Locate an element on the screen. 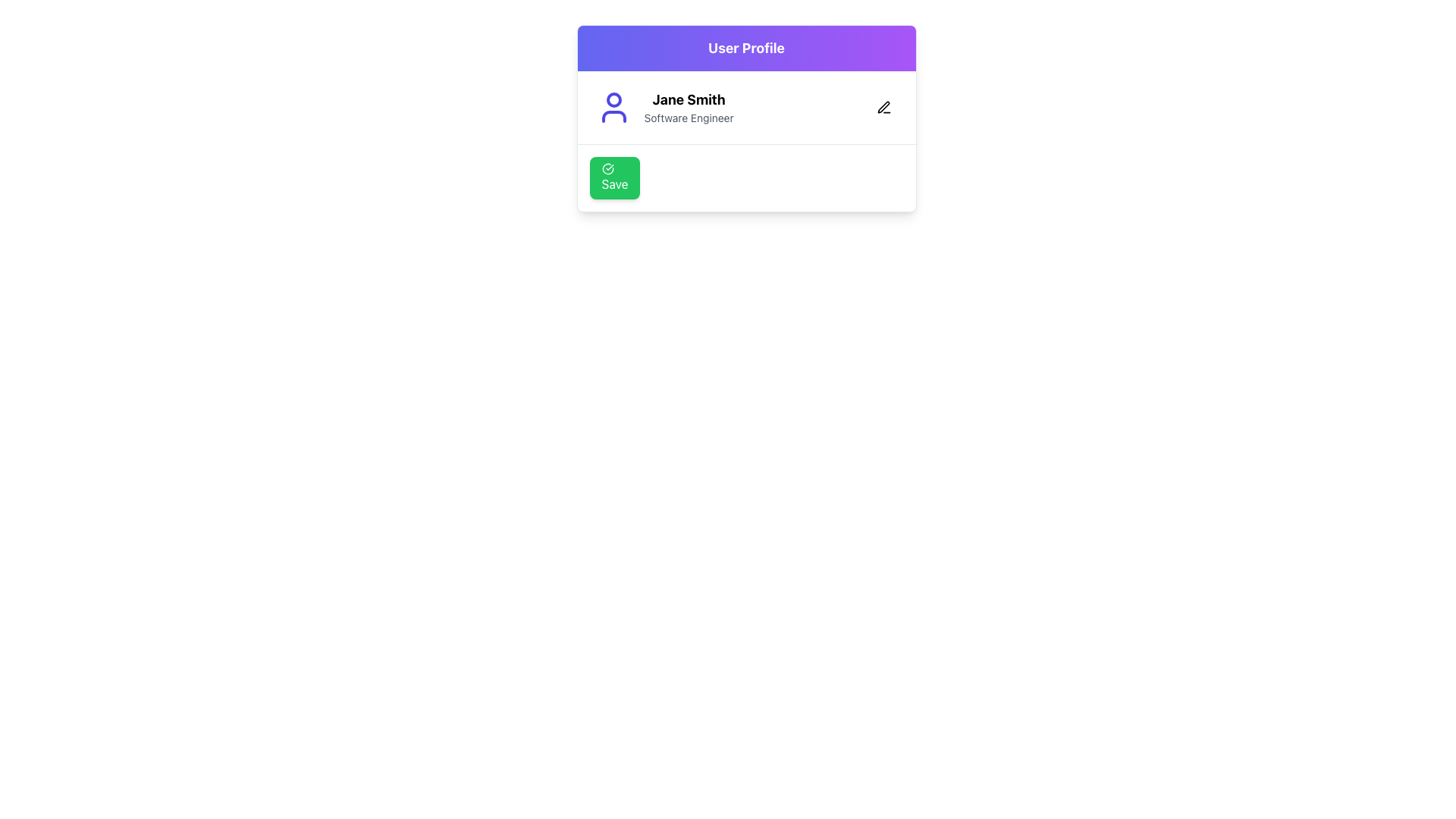  the pen icon in the upper-right corner of the user profile card is located at coordinates (883, 107).